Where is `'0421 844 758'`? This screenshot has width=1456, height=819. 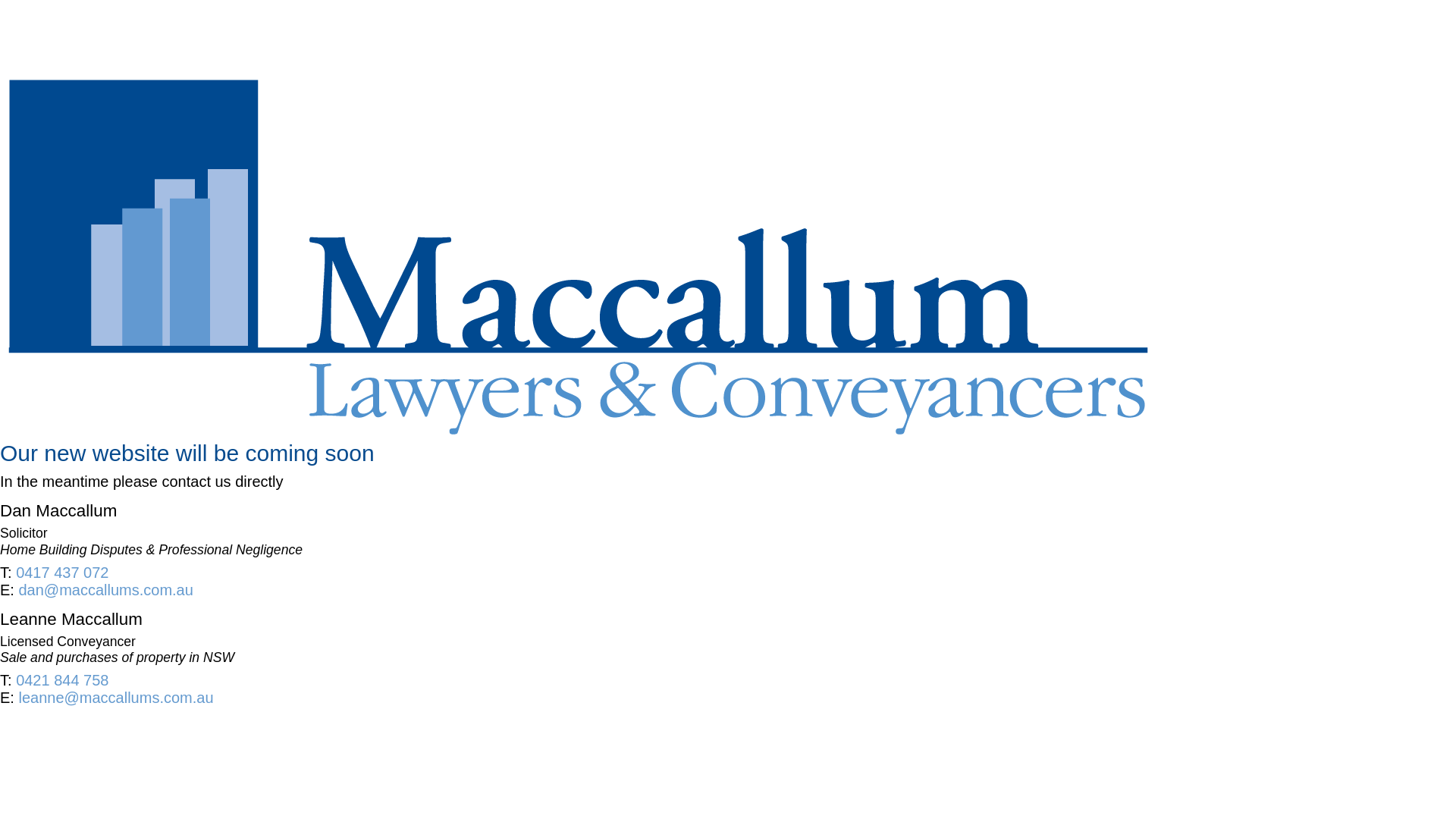 '0421 844 758' is located at coordinates (61, 679).